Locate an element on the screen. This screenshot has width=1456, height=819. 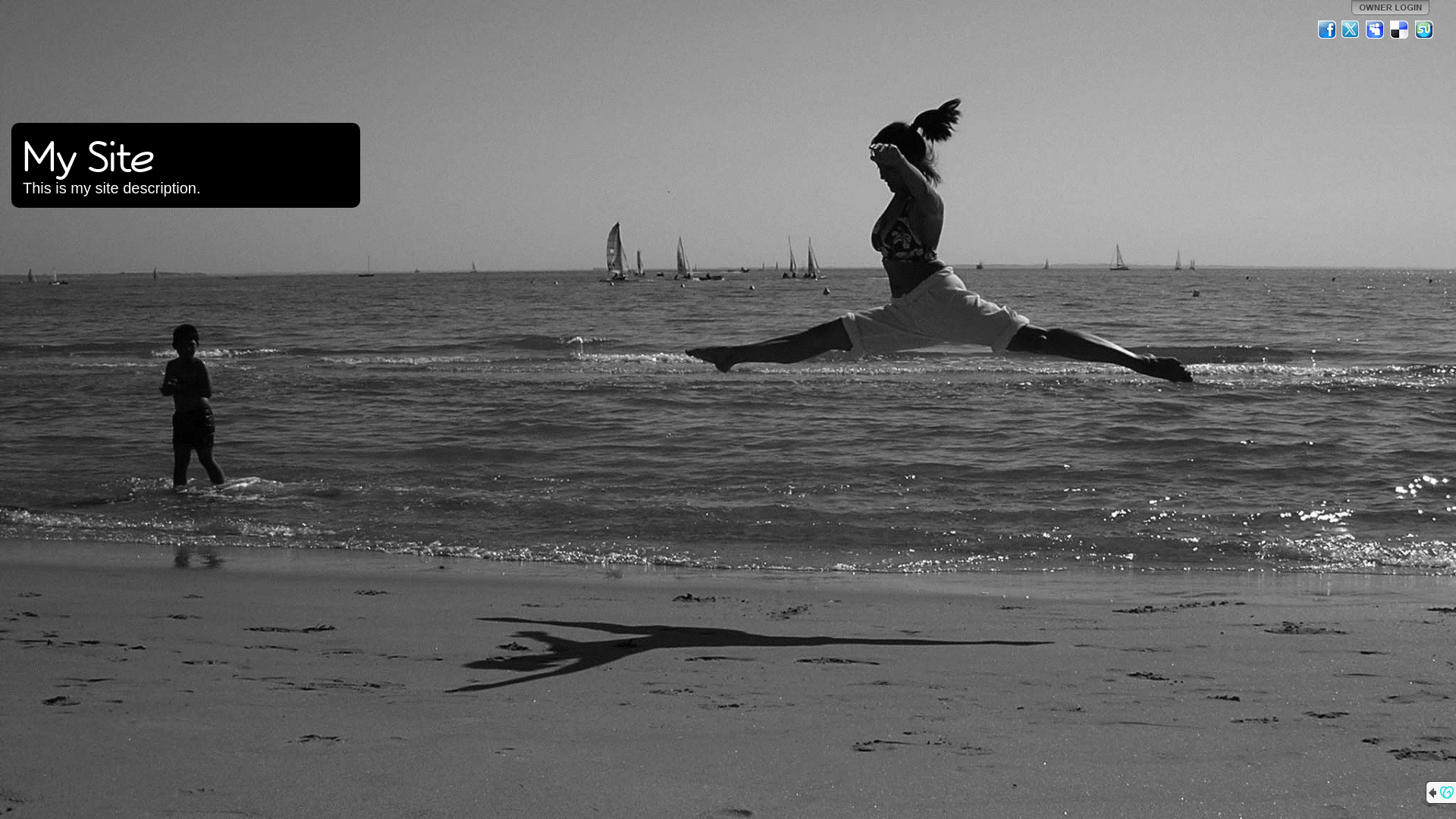
'Del.icio.us' is located at coordinates (1389, 29).